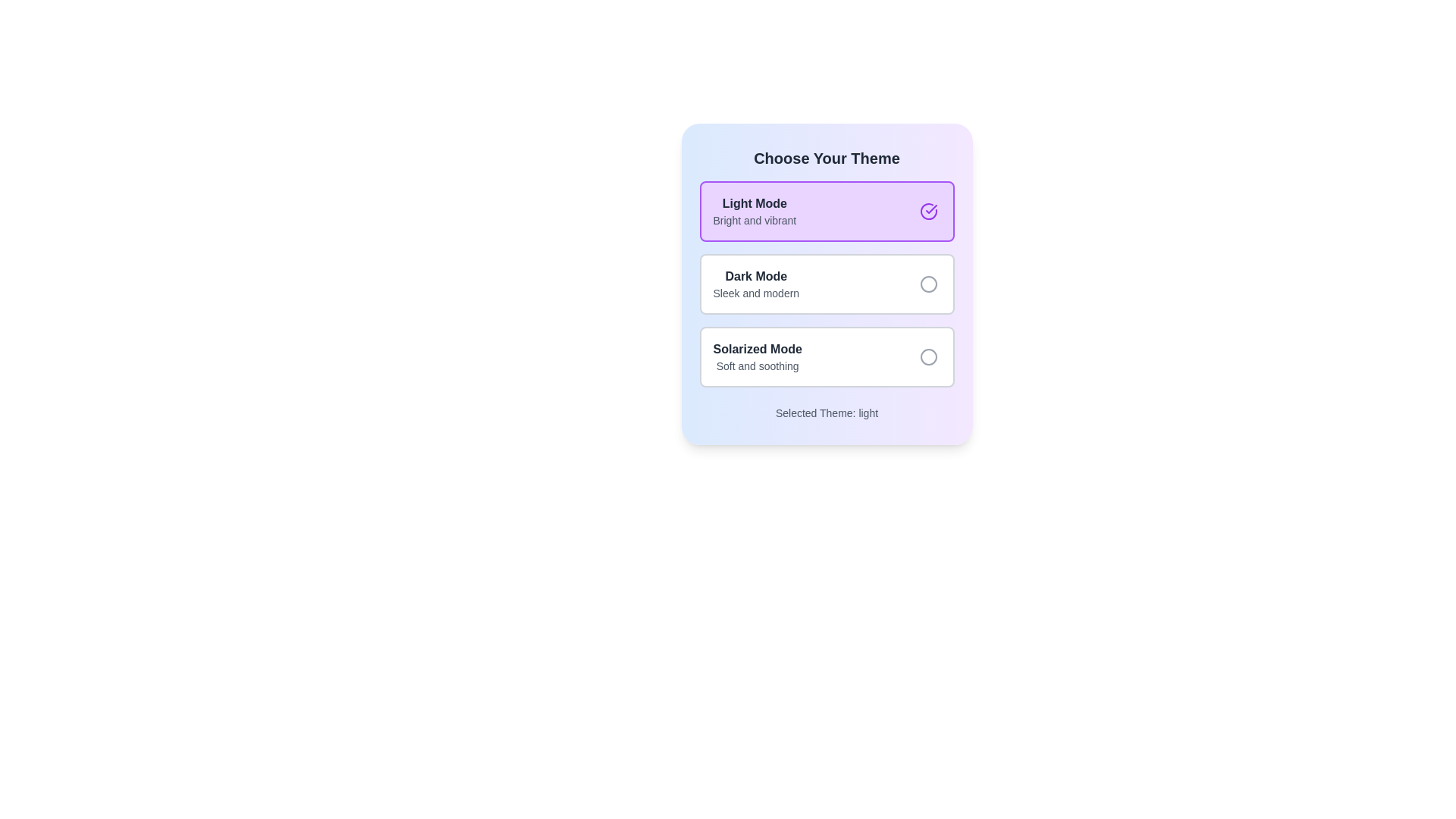 Image resolution: width=1456 pixels, height=819 pixels. I want to click on the SVG Circle element located in the bottom-right section of the card displaying 'Solarized Mode', so click(927, 356).